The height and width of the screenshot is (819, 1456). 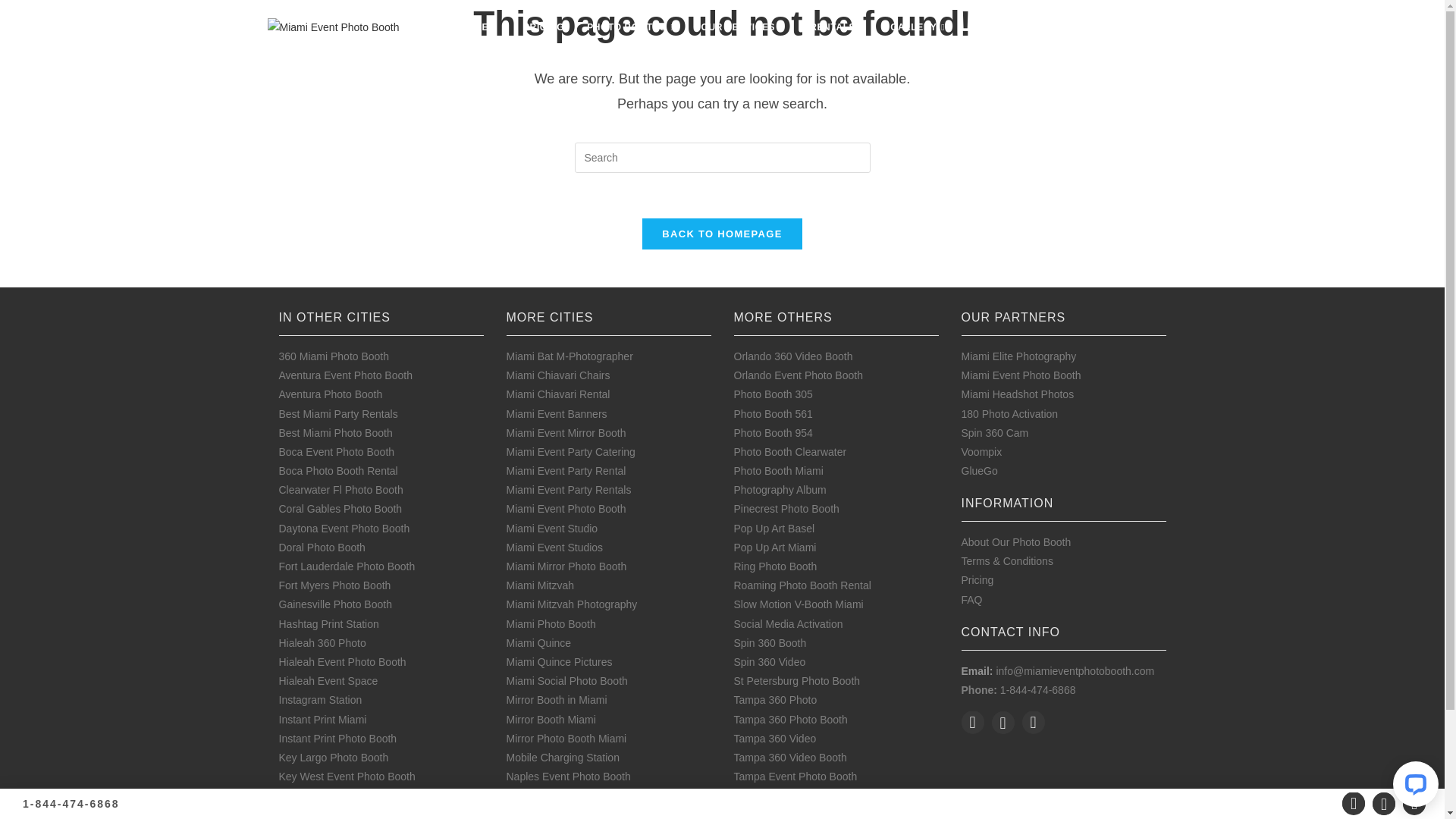 What do you see at coordinates (328, 680) in the screenshot?
I see `'Hialeah Event Space'` at bounding box center [328, 680].